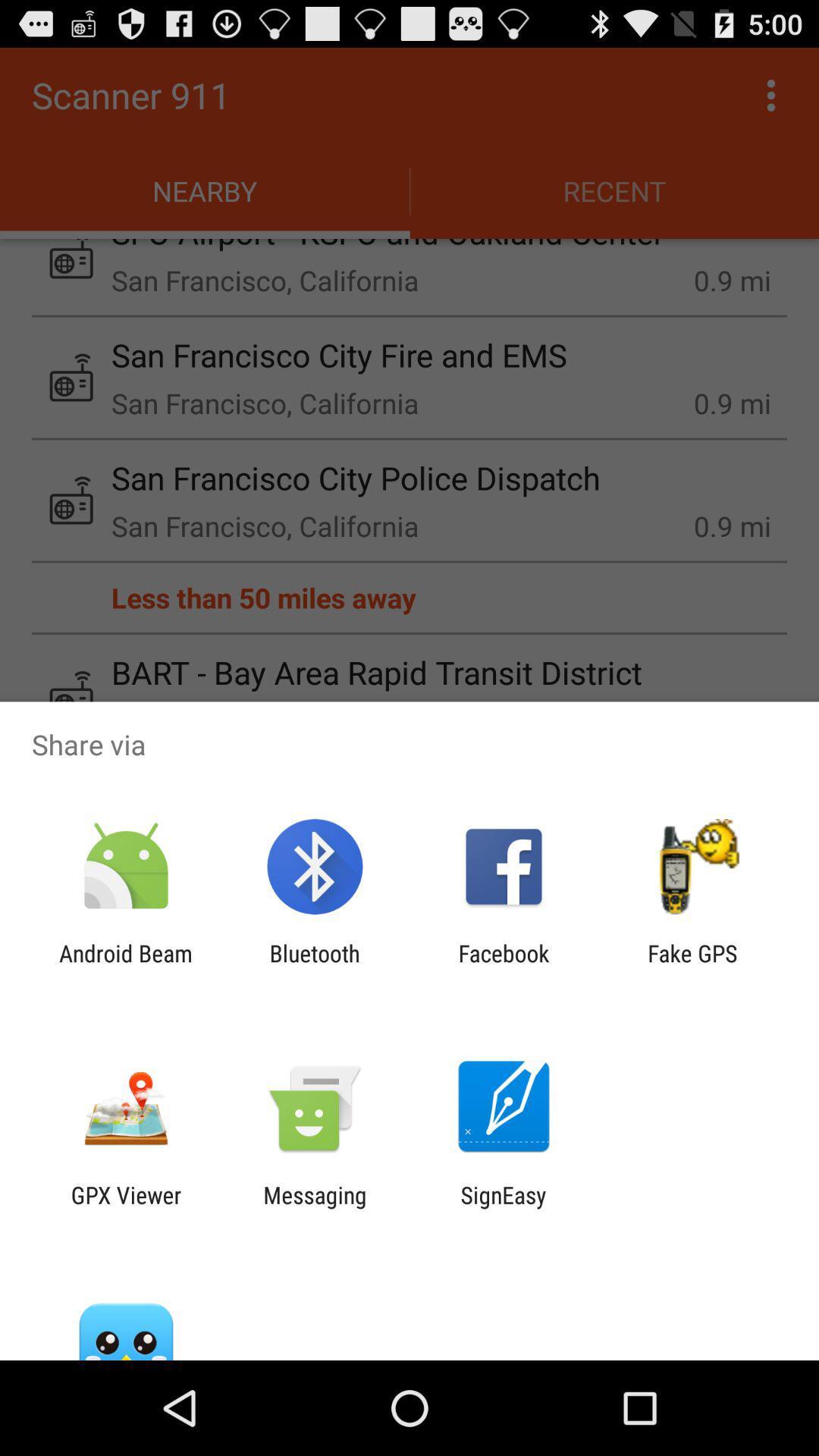 Image resolution: width=819 pixels, height=1456 pixels. Describe the element at coordinates (314, 1207) in the screenshot. I see `the icon to the left of the signeasy icon` at that location.